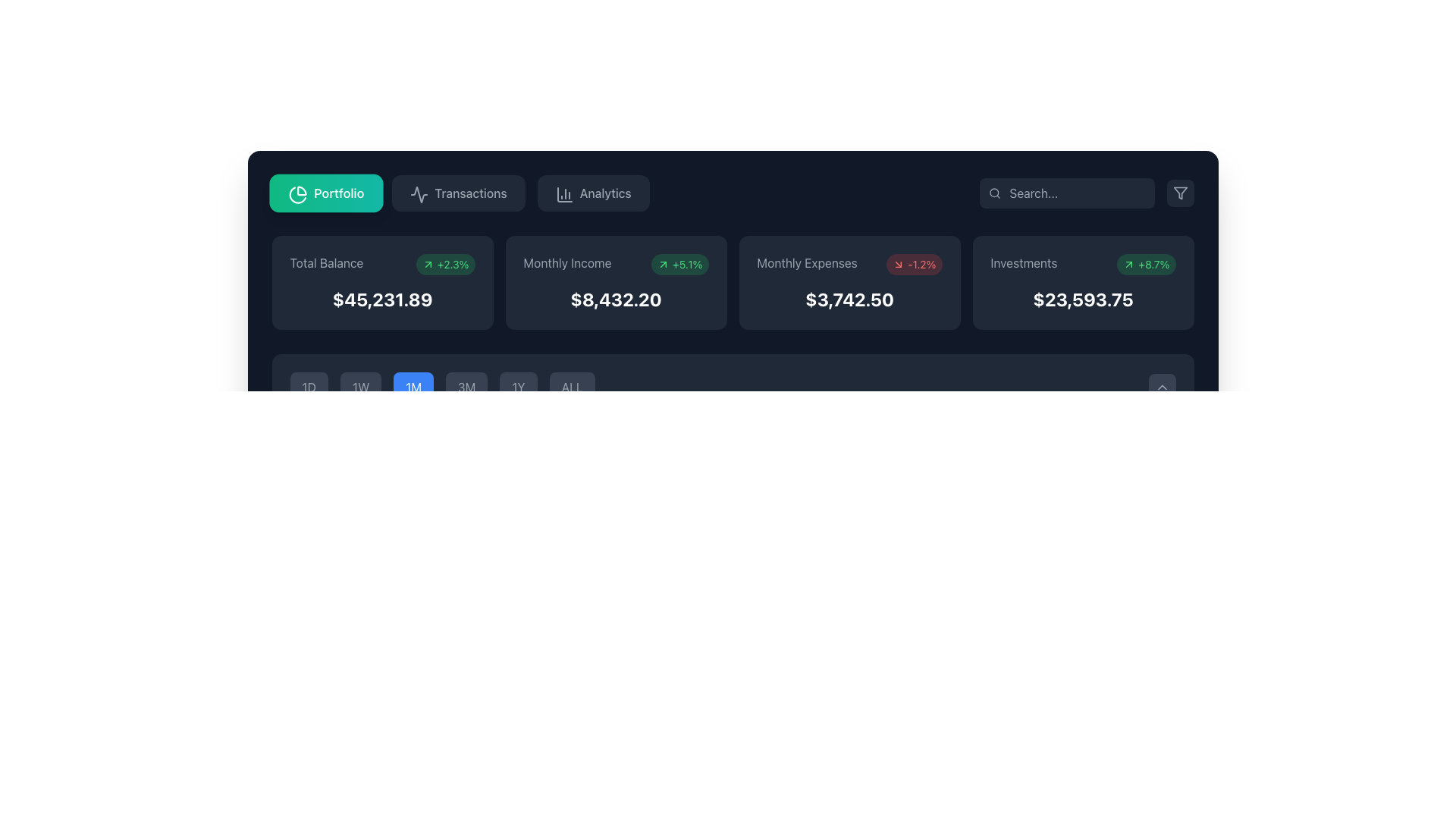 The height and width of the screenshot is (819, 1456). What do you see at coordinates (571, 386) in the screenshot?
I see `the 'ALL' button, which is the last button in a horizontal series of filters labeled '1D', '1W', '1M', '3M', '1Y', and 'ALL' with a muted grayish background and lighter gray text` at bounding box center [571, 386].